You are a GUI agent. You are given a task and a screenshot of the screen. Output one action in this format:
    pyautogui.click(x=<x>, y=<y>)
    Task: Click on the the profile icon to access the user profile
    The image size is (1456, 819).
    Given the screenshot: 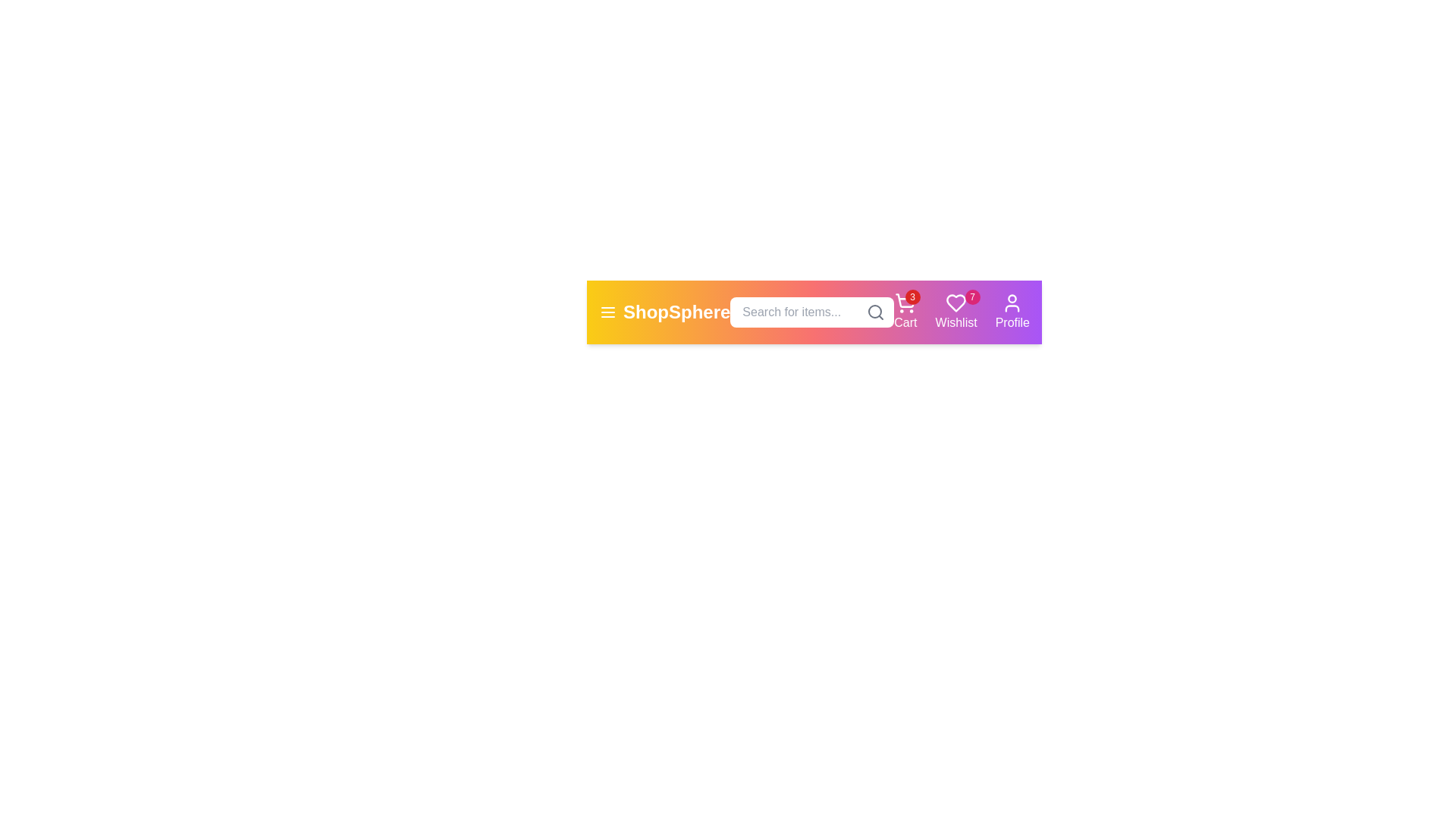 What is the action you would take?
    pyautogui.click(x=1012, y=312)
    